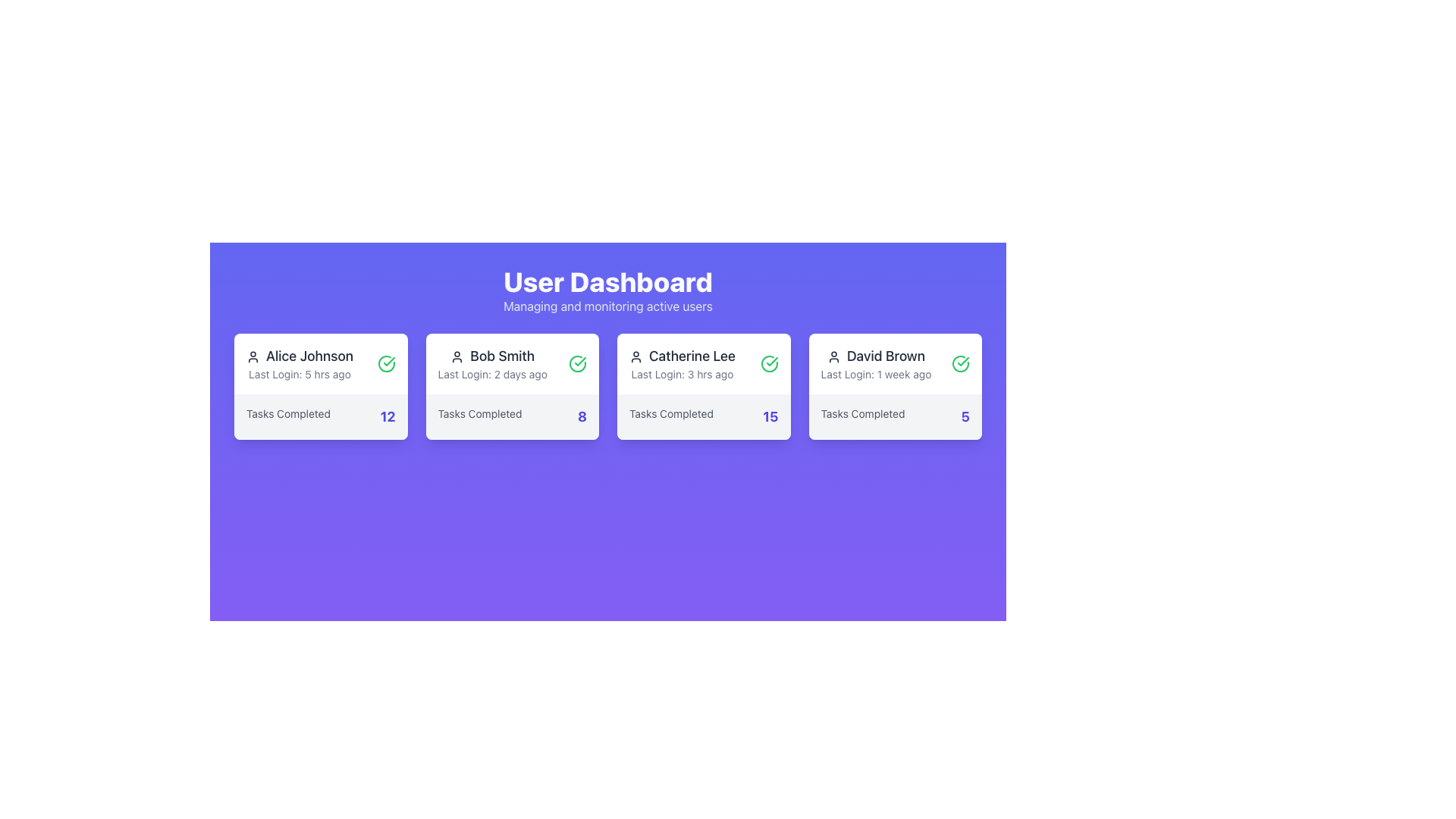 The width and height of the screenshot is (1456, 819). I want to click on the user-avatar icon located at the top-left corner of the card associated with 'Alice Johnson' for potential interactivity, so click(253, 356).